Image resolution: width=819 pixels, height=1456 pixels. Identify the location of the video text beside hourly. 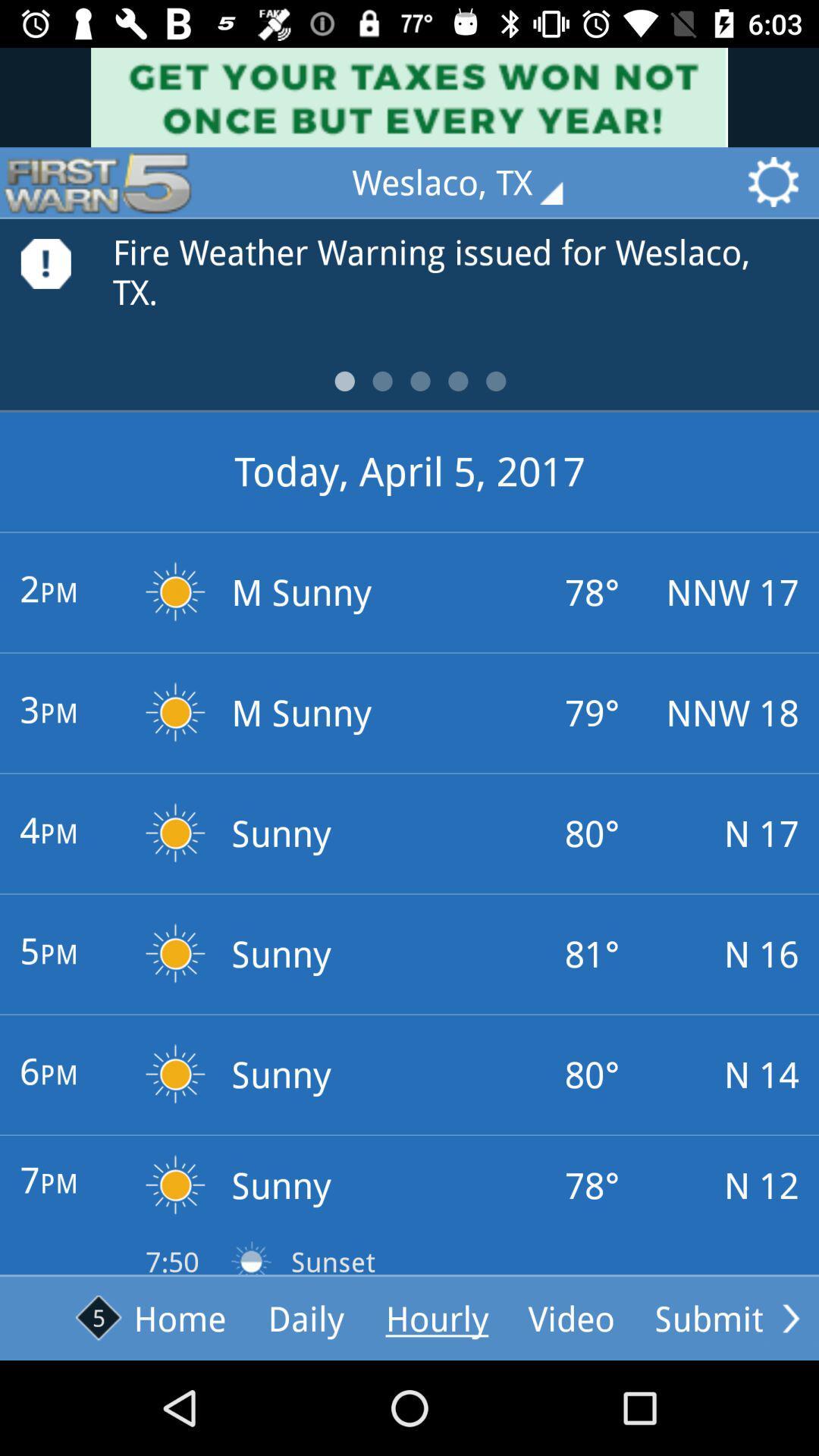
(571, 1317).